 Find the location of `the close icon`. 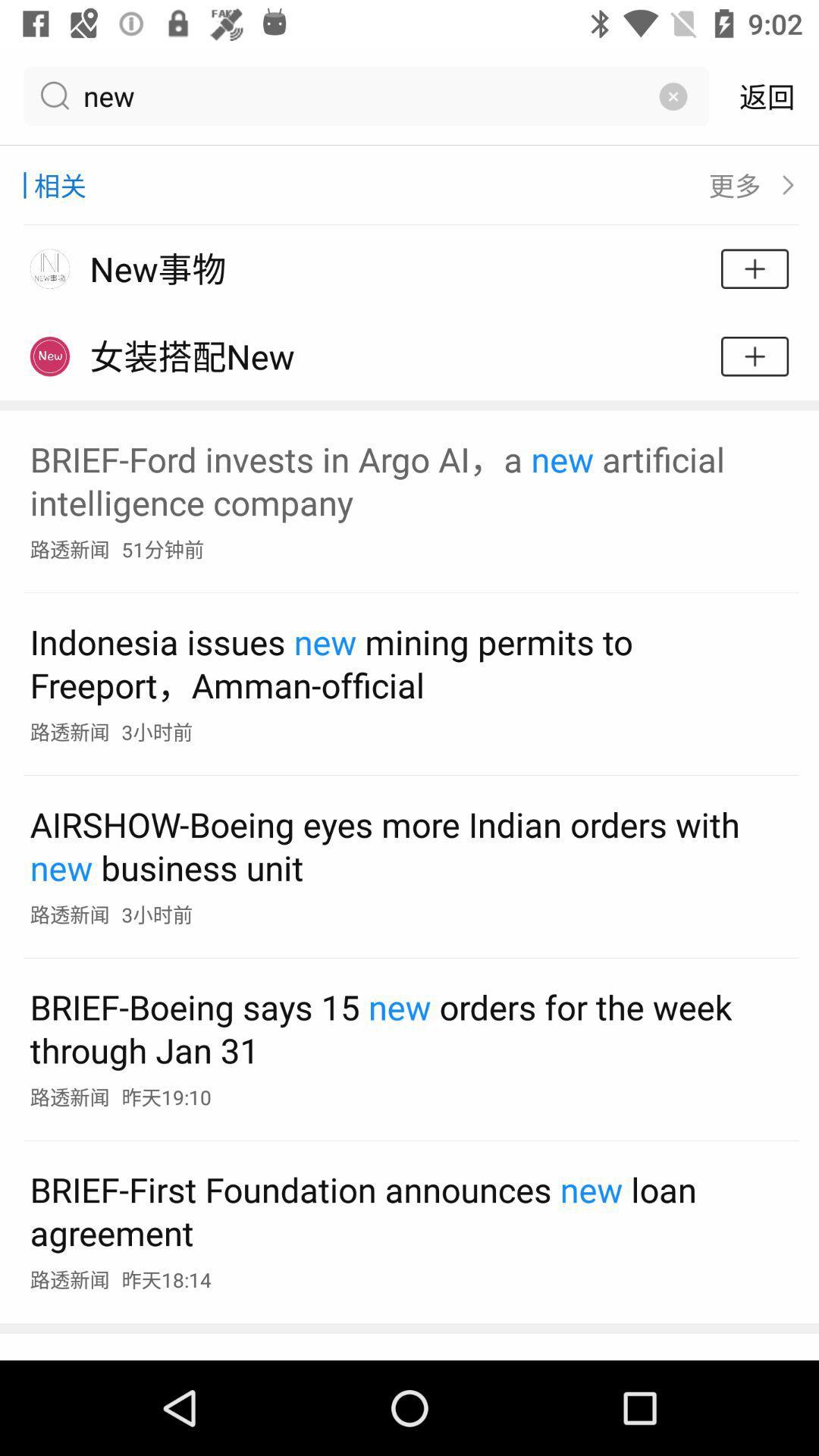

the close icon is located at coordinates (672, 96).